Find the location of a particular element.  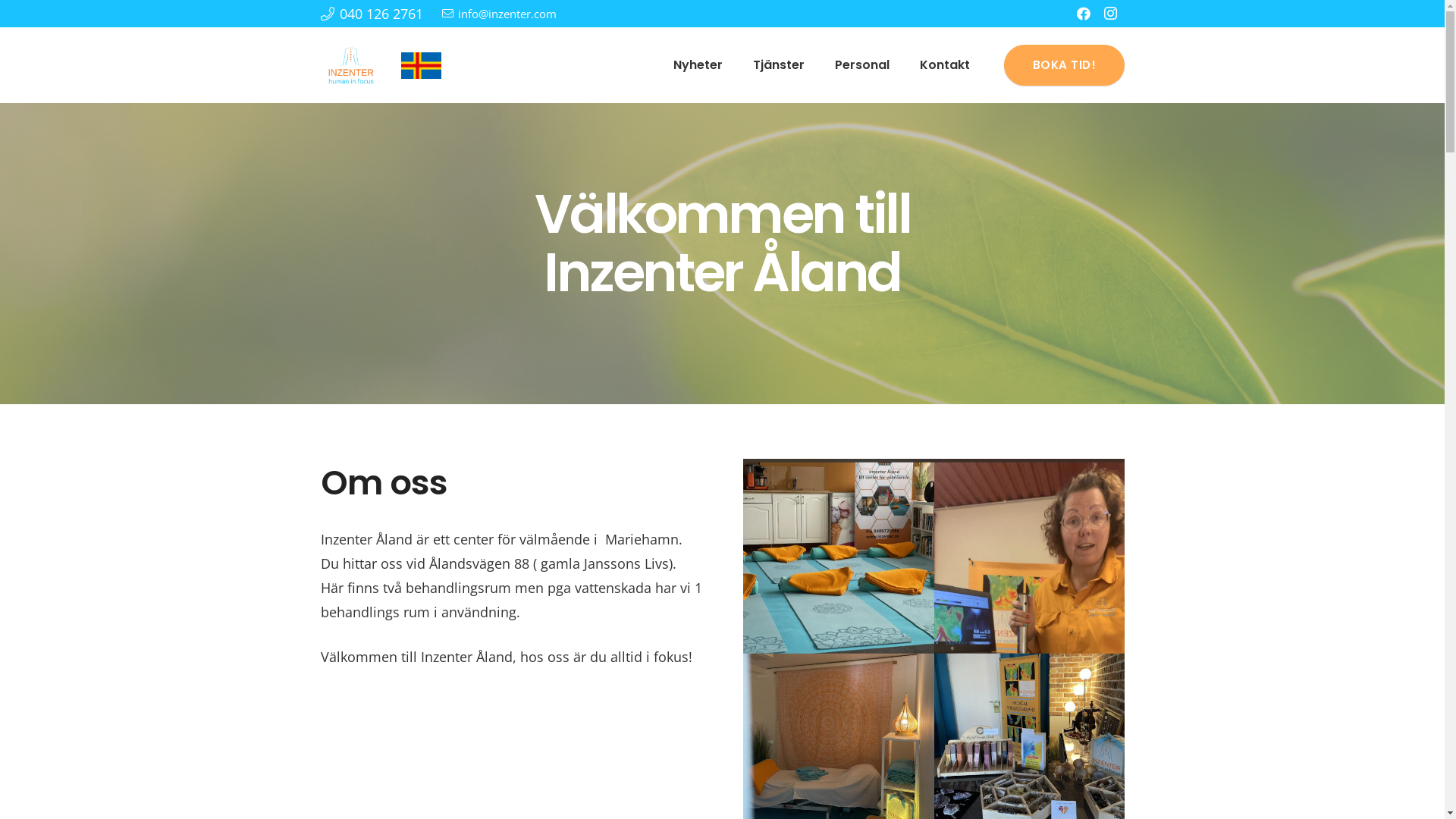

'Nyheter' is located at coordinates (697, 64).